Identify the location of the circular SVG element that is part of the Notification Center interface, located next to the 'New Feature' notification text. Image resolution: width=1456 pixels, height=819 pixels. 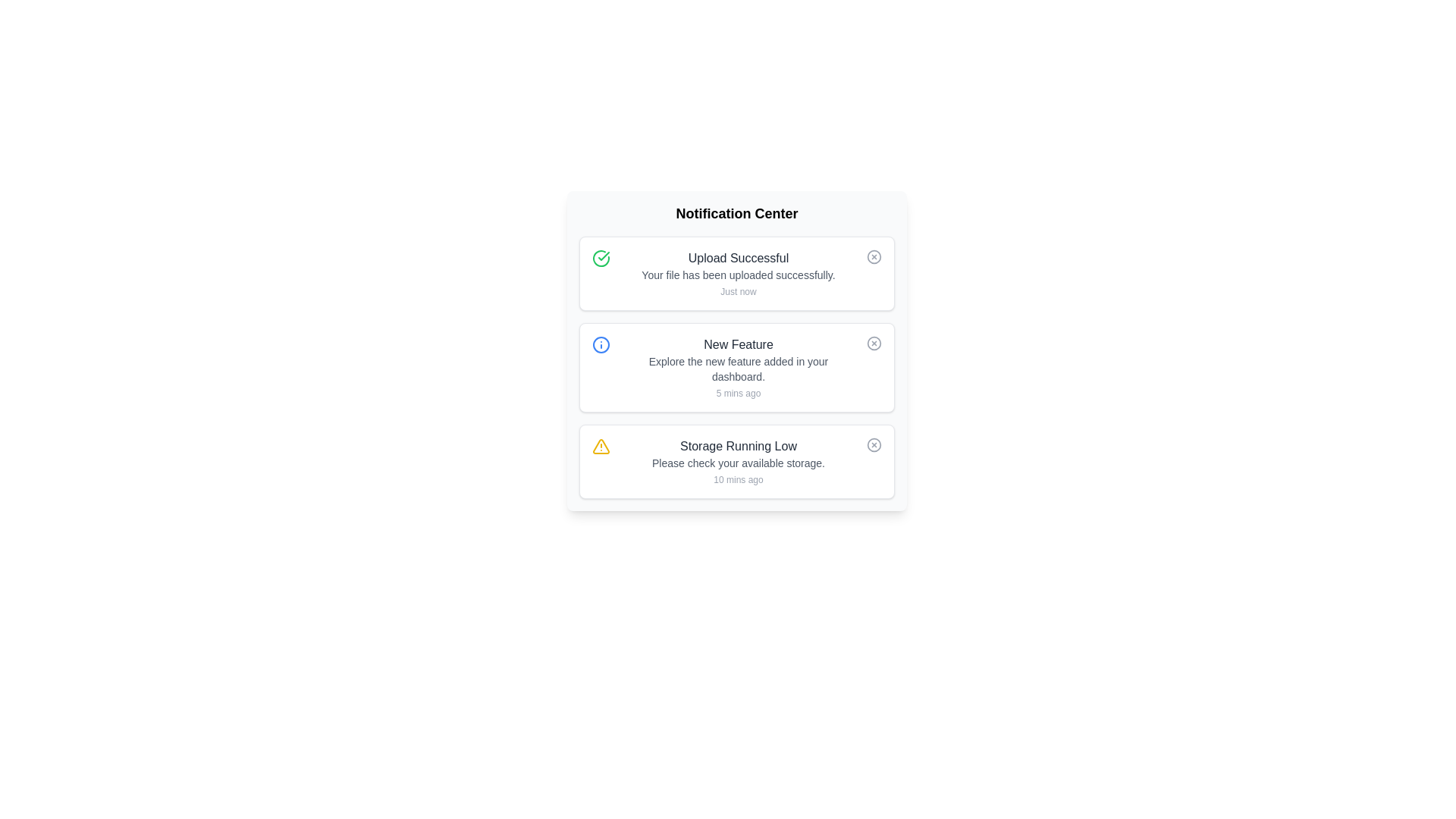
(874, 343).